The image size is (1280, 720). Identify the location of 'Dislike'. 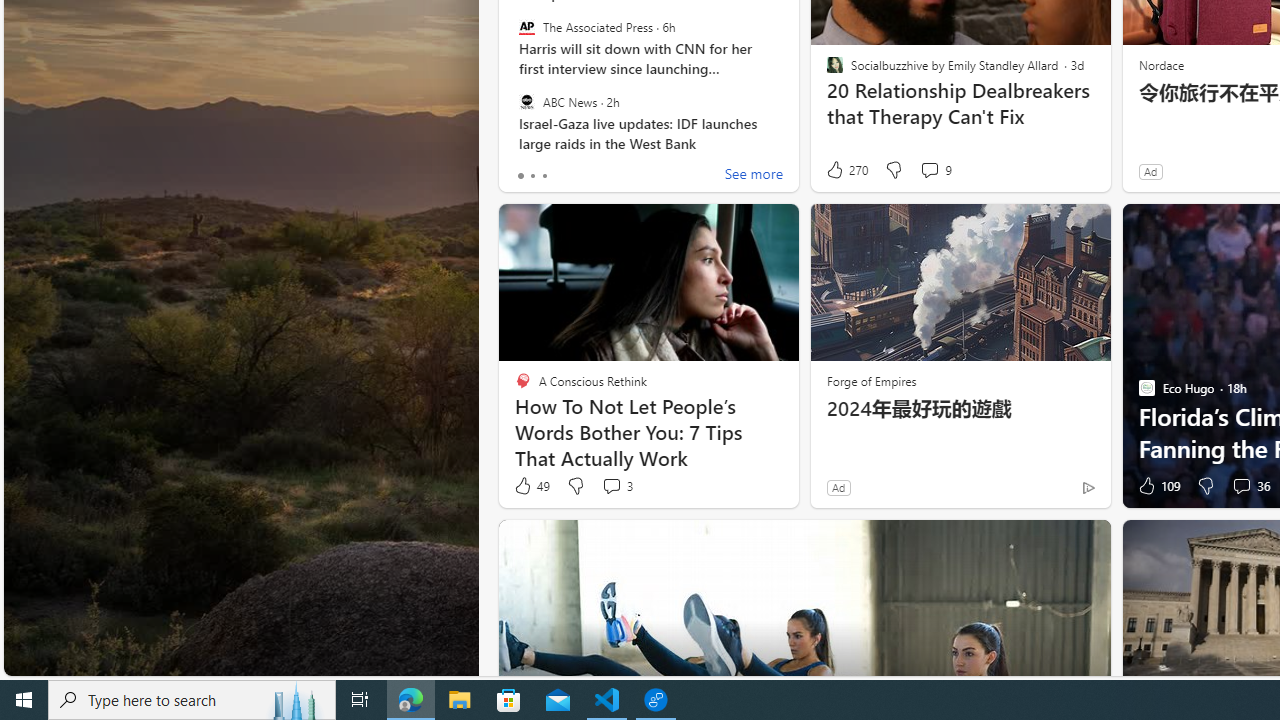
(1204, 486).